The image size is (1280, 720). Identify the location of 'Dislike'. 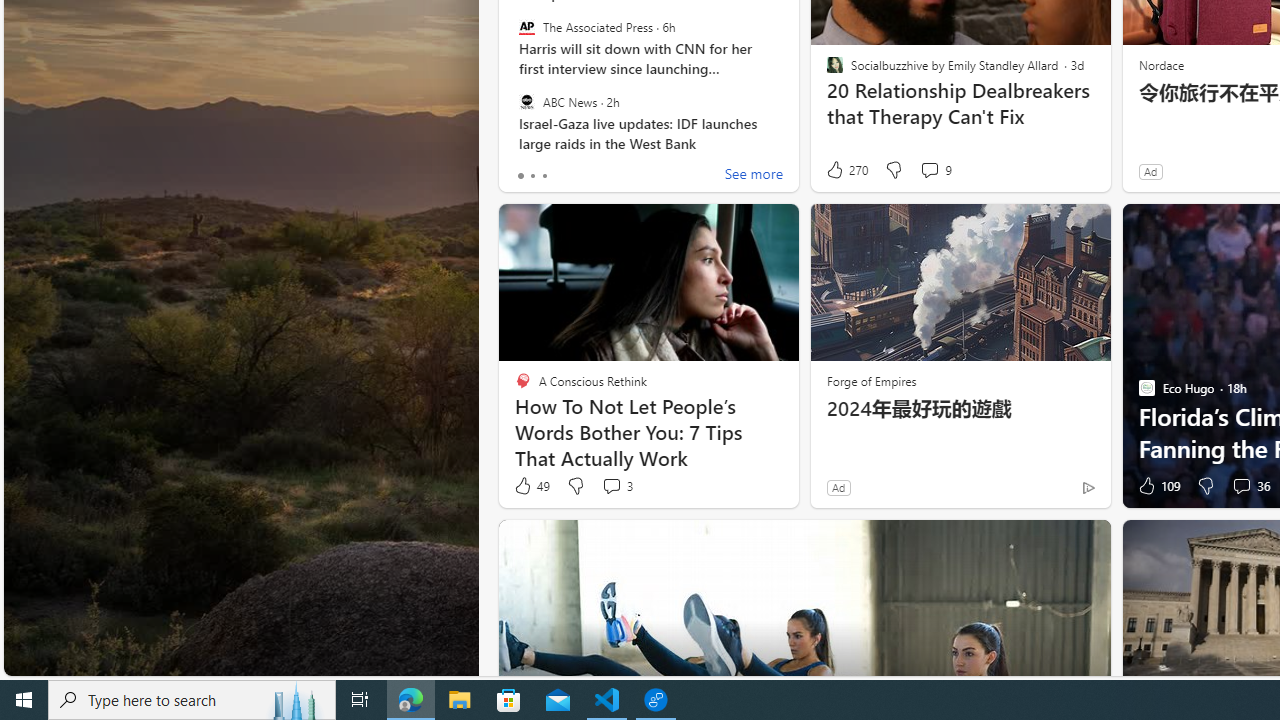
(1204, 486).